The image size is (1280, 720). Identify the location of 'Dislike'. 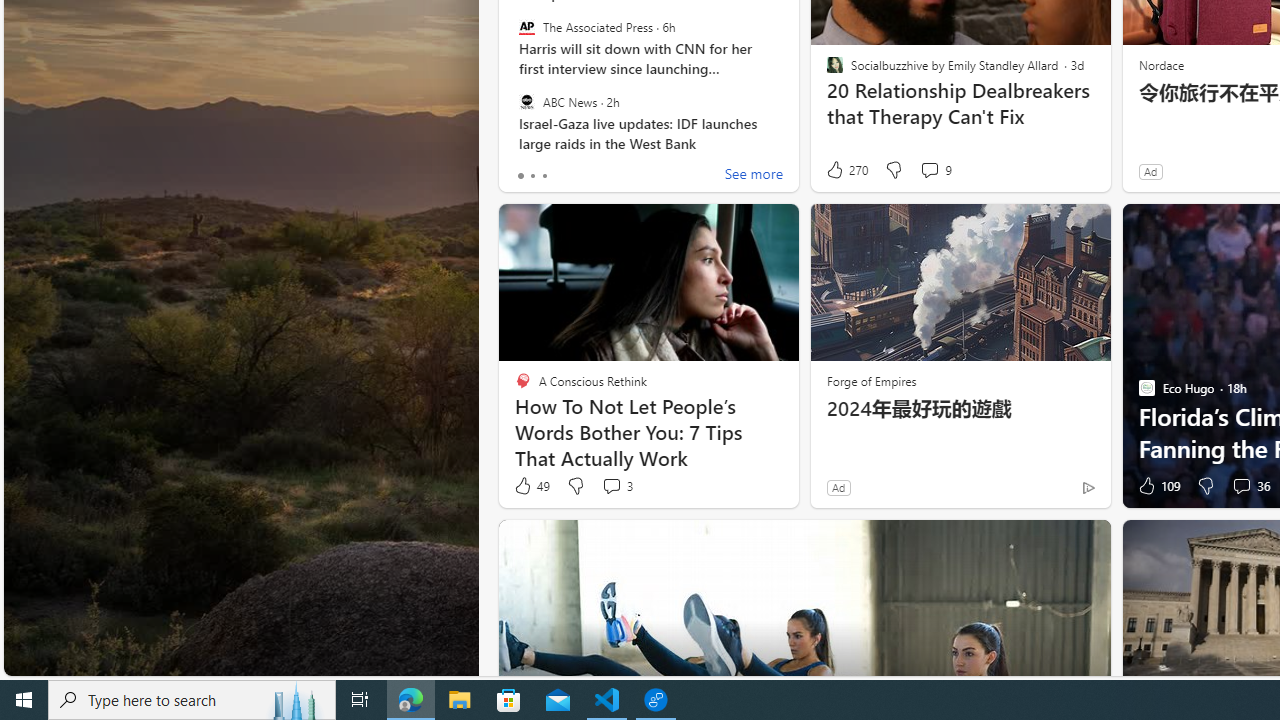
(1204, 486).